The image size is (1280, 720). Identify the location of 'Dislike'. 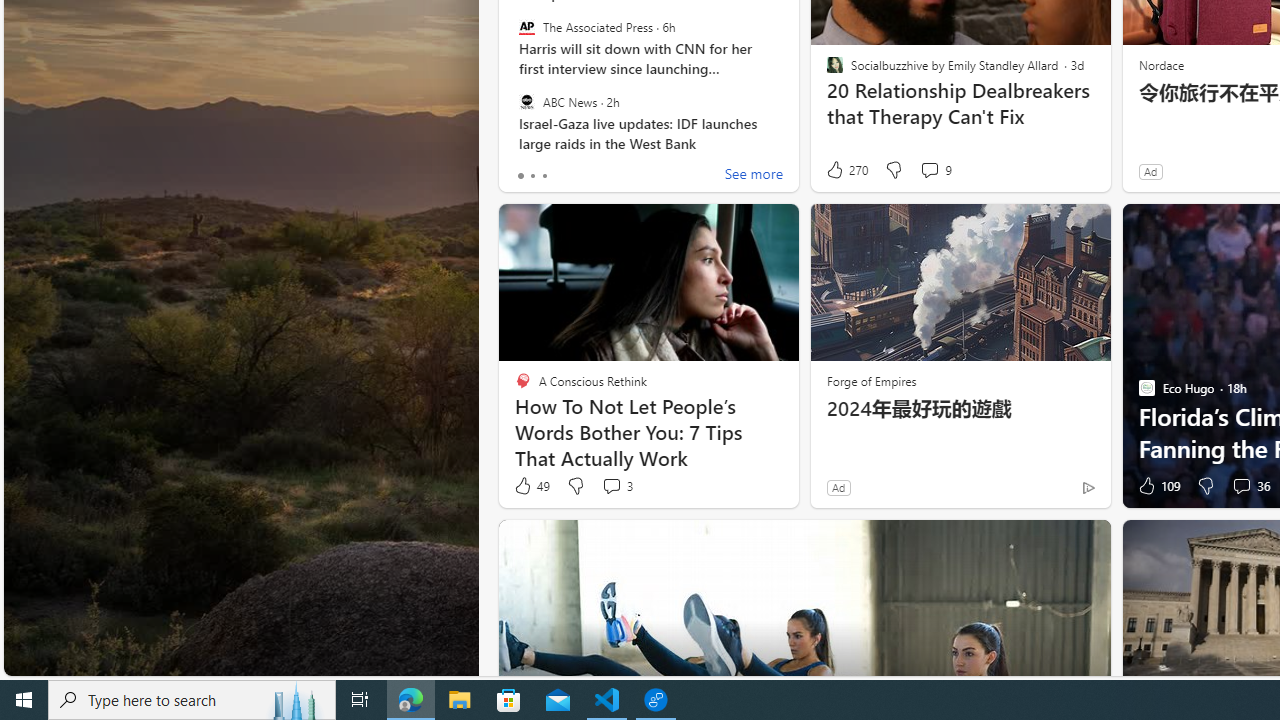
(1204, 486).